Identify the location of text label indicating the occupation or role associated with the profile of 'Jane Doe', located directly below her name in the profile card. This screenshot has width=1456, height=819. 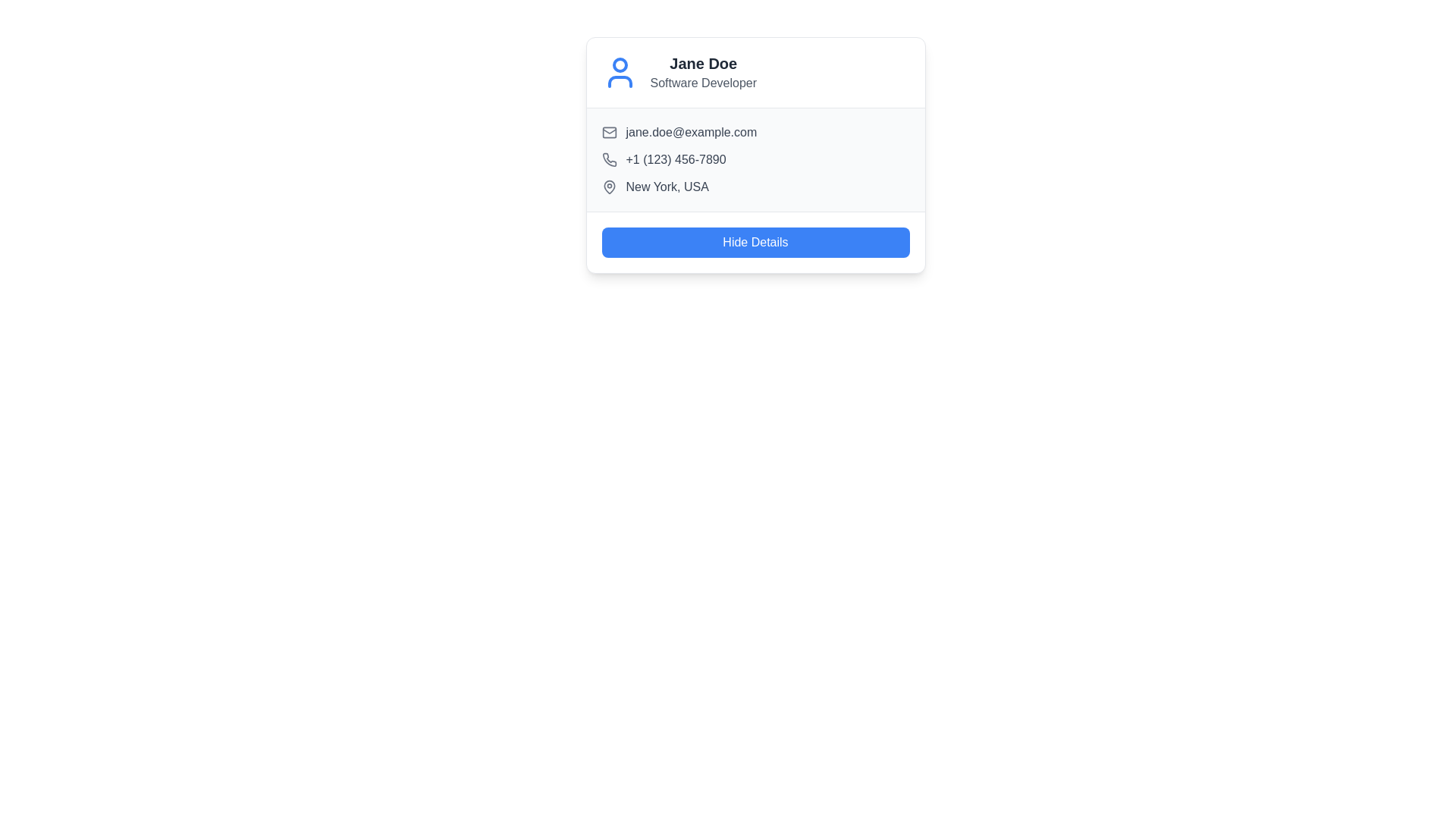
(702, 83).